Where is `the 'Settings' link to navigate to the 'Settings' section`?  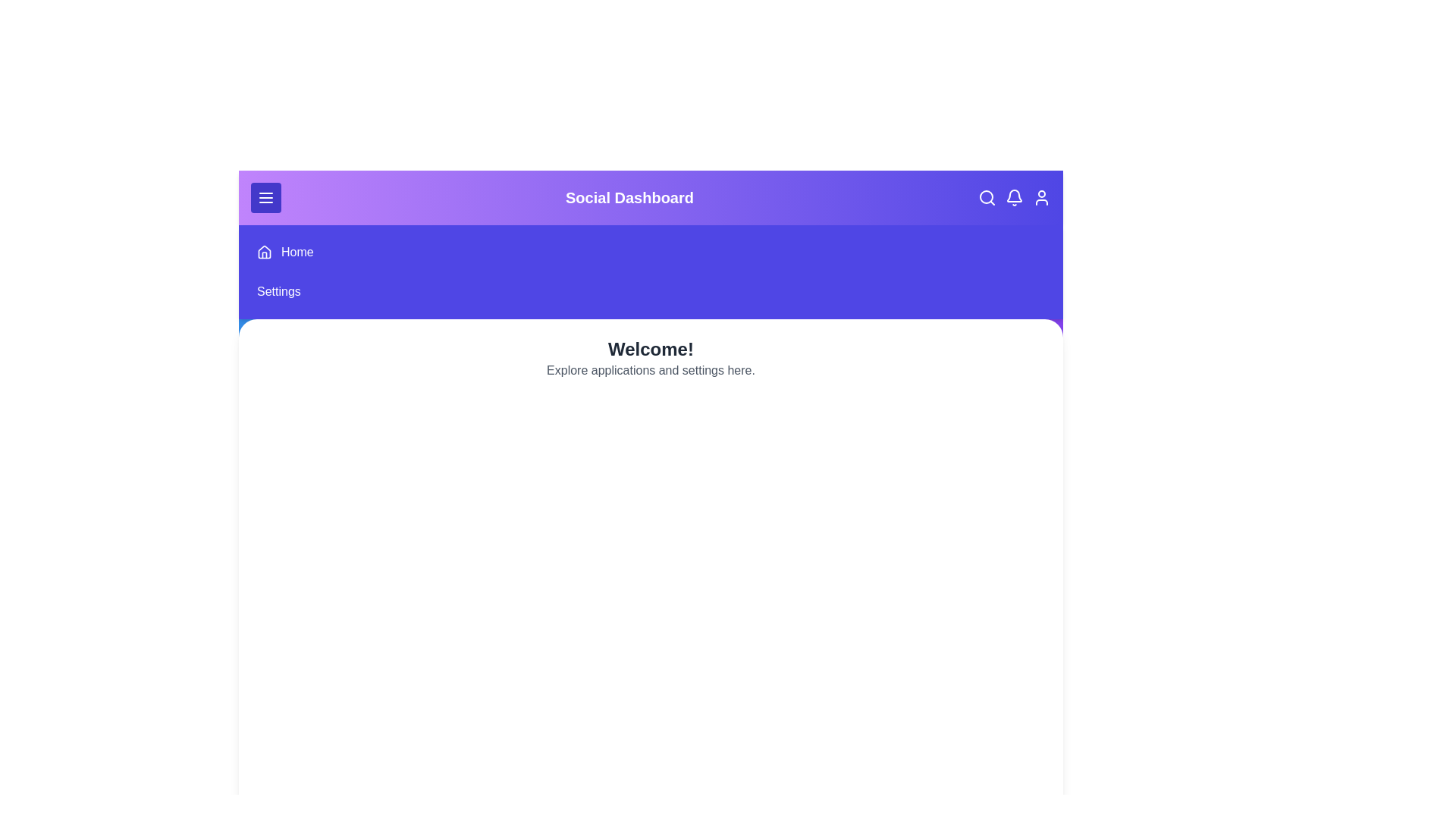 the 'Settings' link to navigate to the 'Settings' section is located at coordinates (278, 292).